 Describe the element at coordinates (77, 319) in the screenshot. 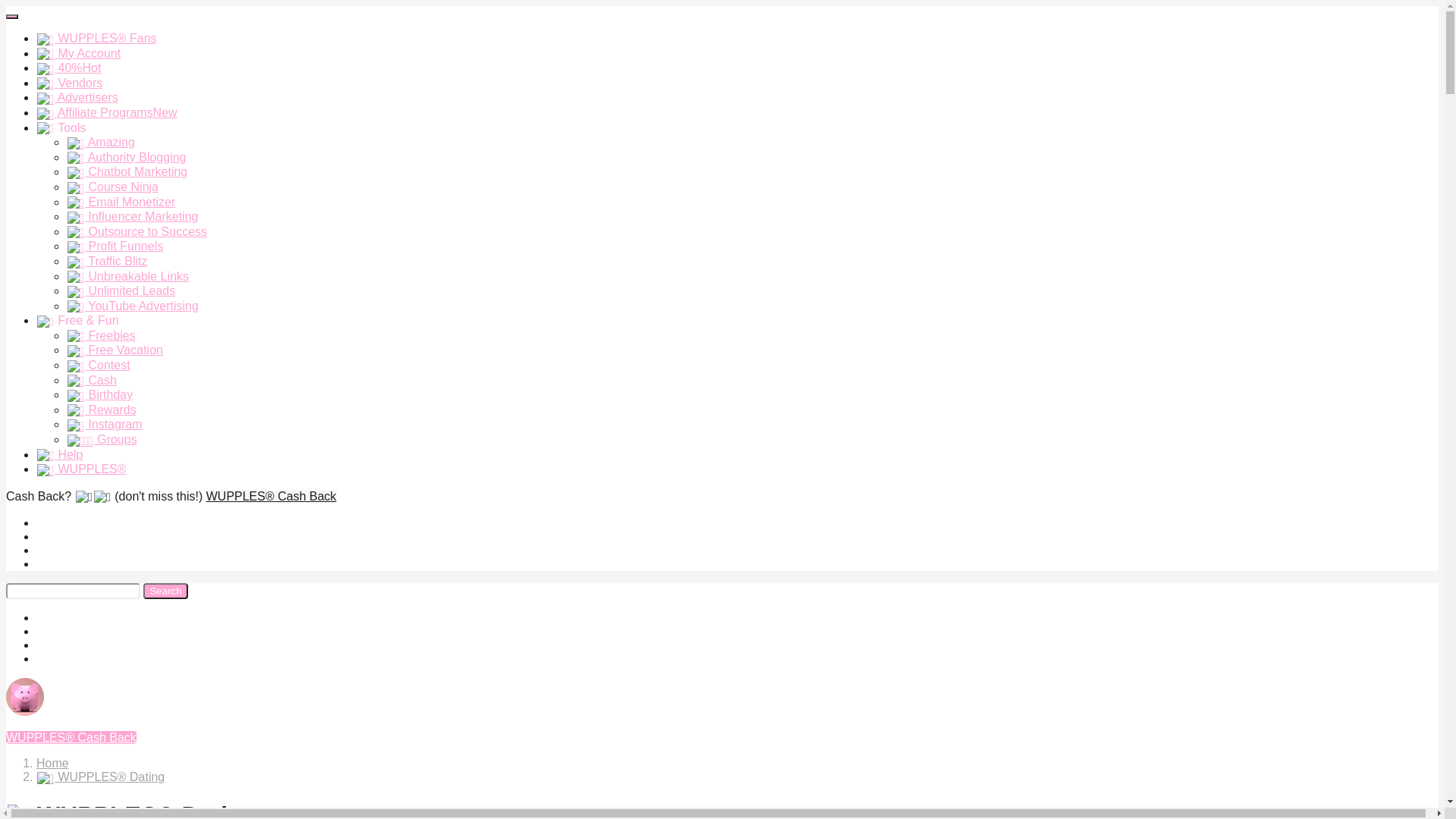

I see `'Free & Fun'` at that location.